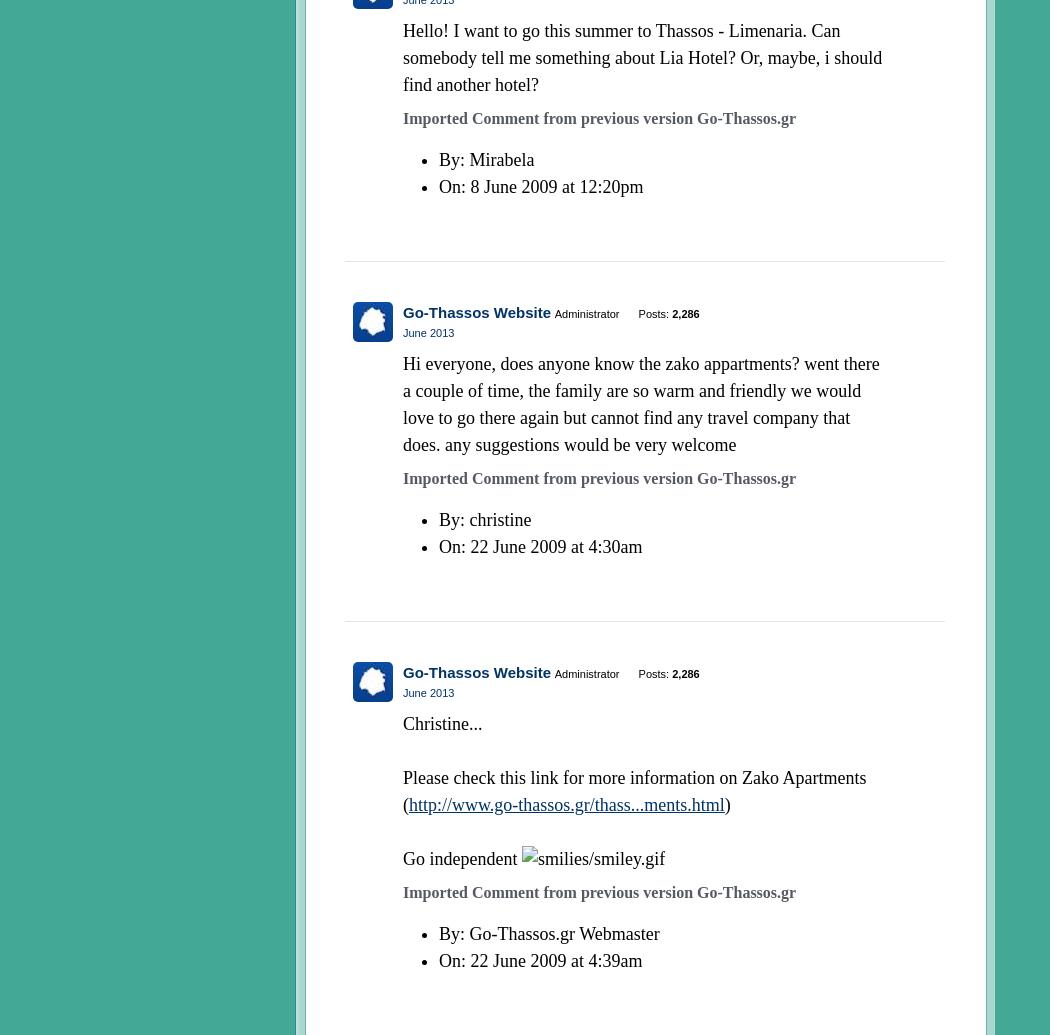  Describe the element at coordinates (495, 158) in the screenshot. I see `': Mirabela'` at that location.